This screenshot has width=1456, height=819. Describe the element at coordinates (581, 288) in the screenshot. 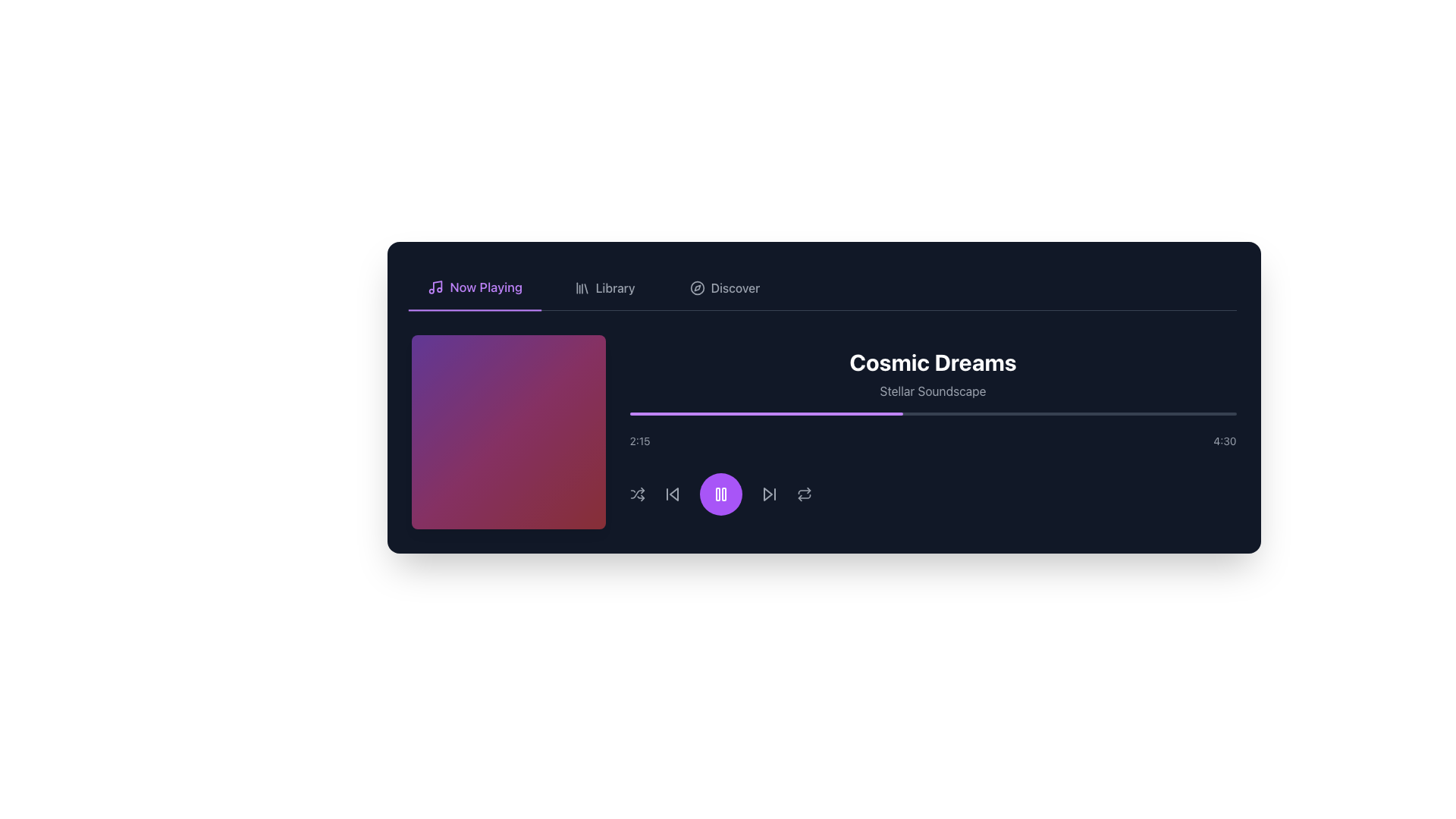

I see `the SVG icon representing the 'Library' menu item in the navigation bar` at that location.